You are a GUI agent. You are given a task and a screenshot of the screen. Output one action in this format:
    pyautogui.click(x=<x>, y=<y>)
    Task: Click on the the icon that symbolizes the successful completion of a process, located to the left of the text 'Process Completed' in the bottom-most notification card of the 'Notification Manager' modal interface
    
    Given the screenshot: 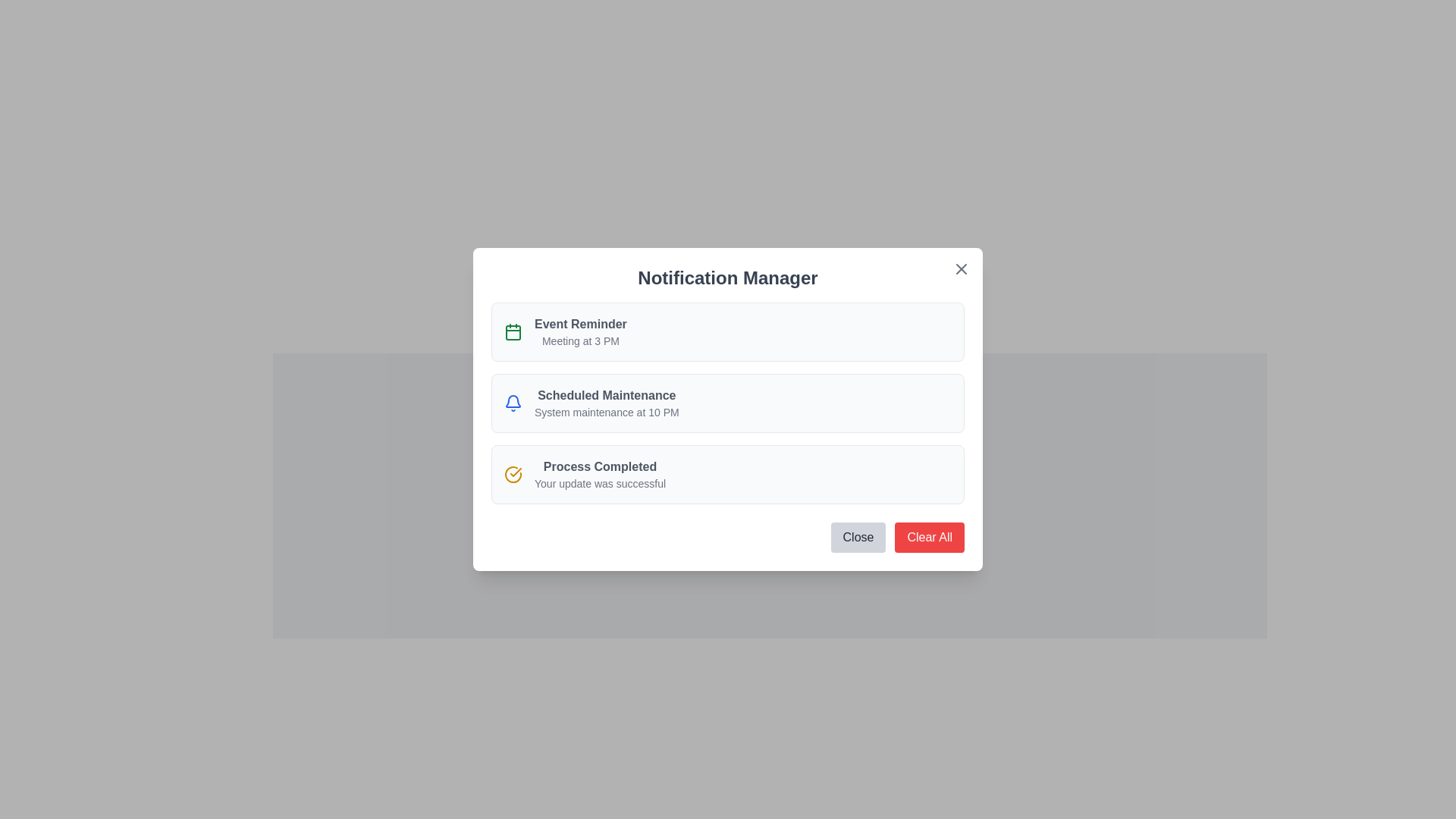 What is the action you would take?
    pyautogui.click(x=513, y=473)
    